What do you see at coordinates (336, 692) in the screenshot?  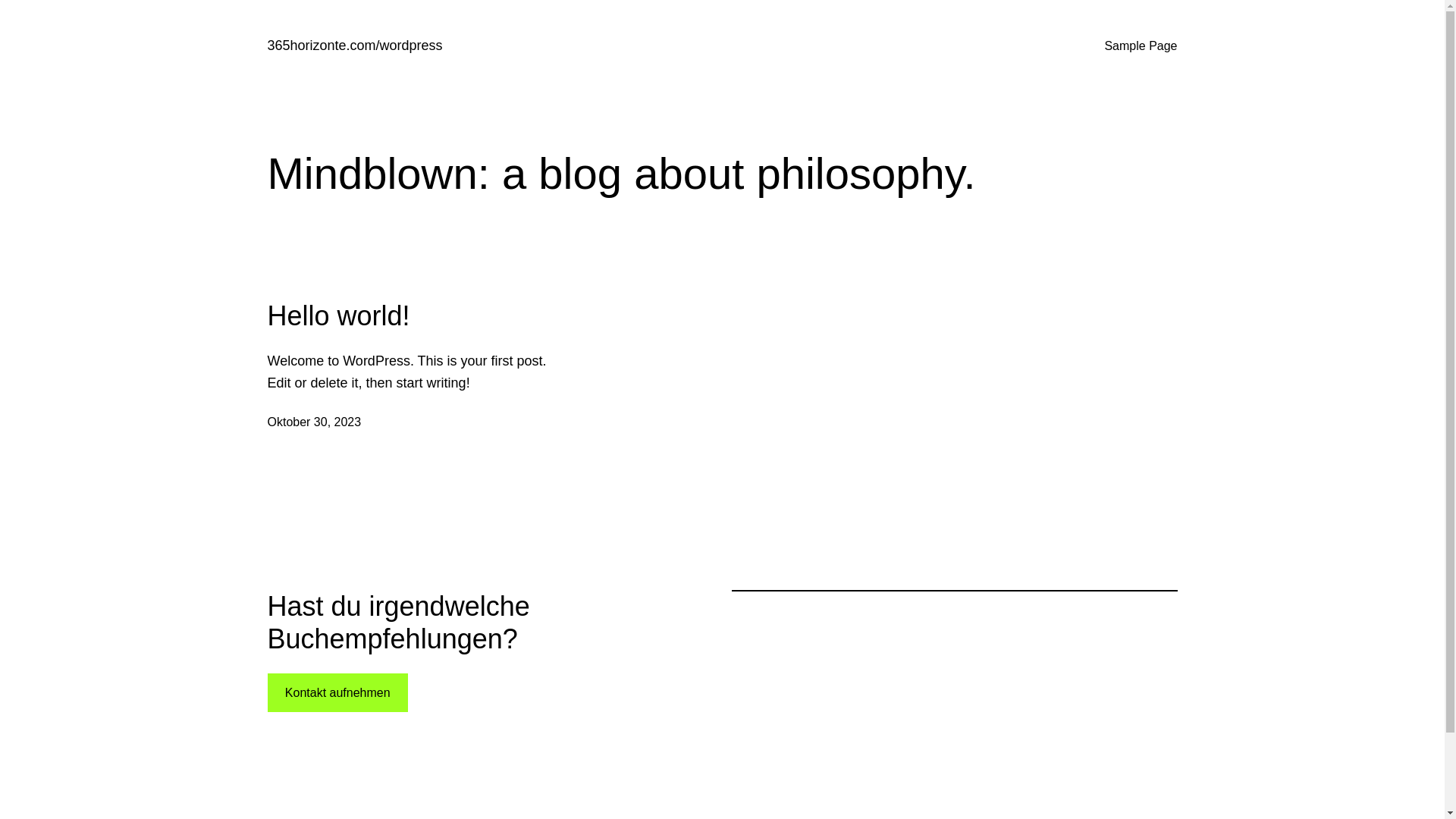 I see `'Kontakt aufnehmen'` at bounding box center [336, 692].